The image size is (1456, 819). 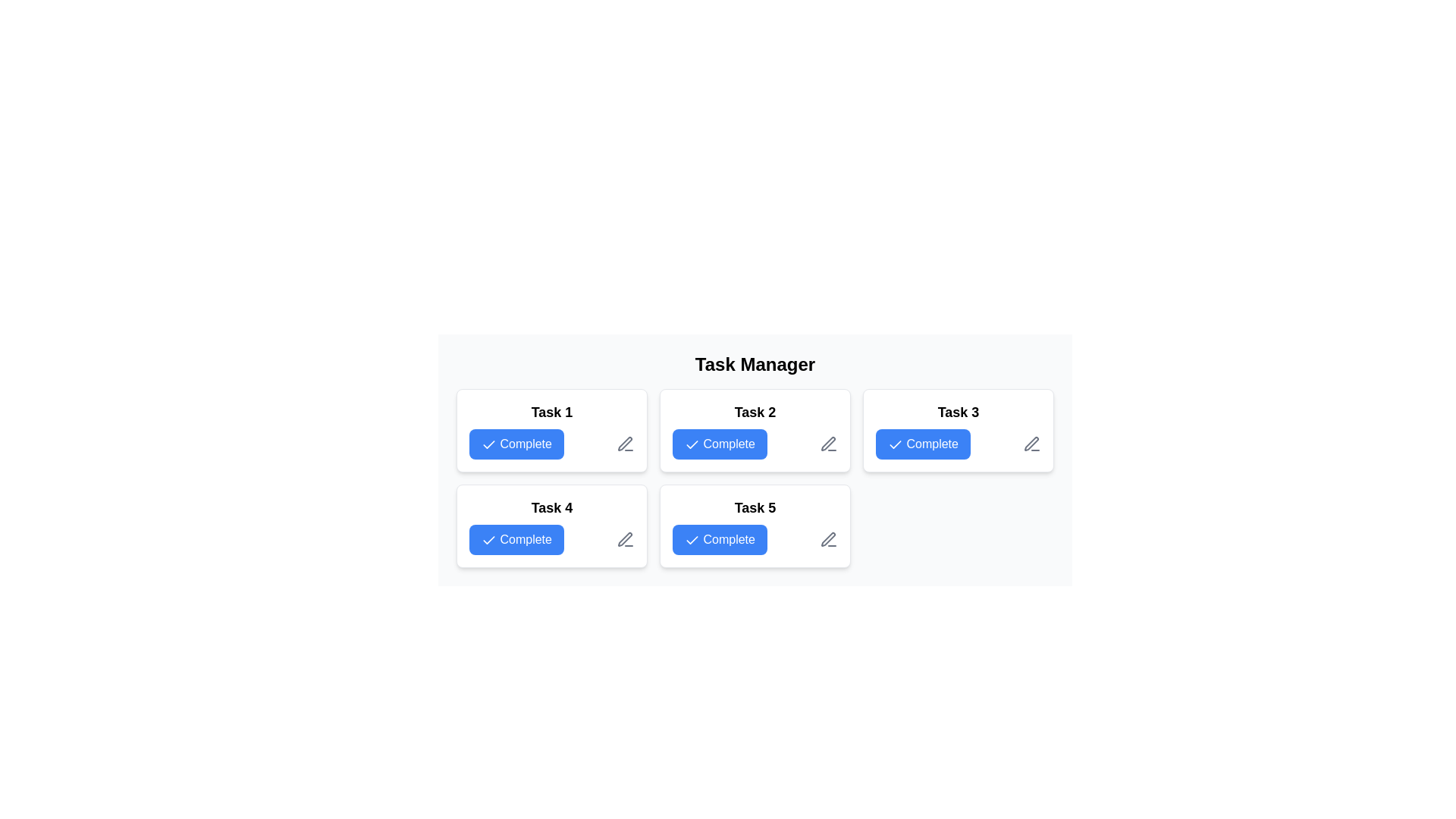 I want to click on the checkmark icon embedded within the 'Complete' button for 'Task 1' located in the top-left section of the grid layout, so click(x=488, y=444).